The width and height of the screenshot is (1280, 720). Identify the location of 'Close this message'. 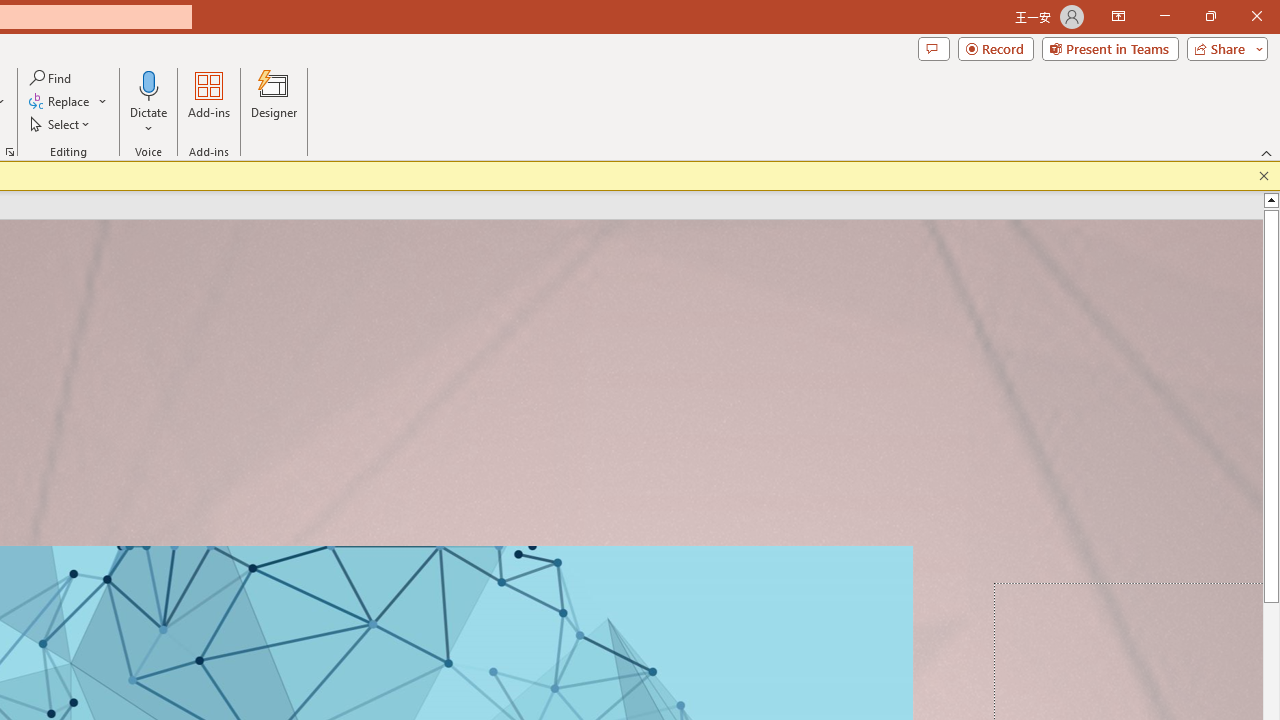
(1263, 175).